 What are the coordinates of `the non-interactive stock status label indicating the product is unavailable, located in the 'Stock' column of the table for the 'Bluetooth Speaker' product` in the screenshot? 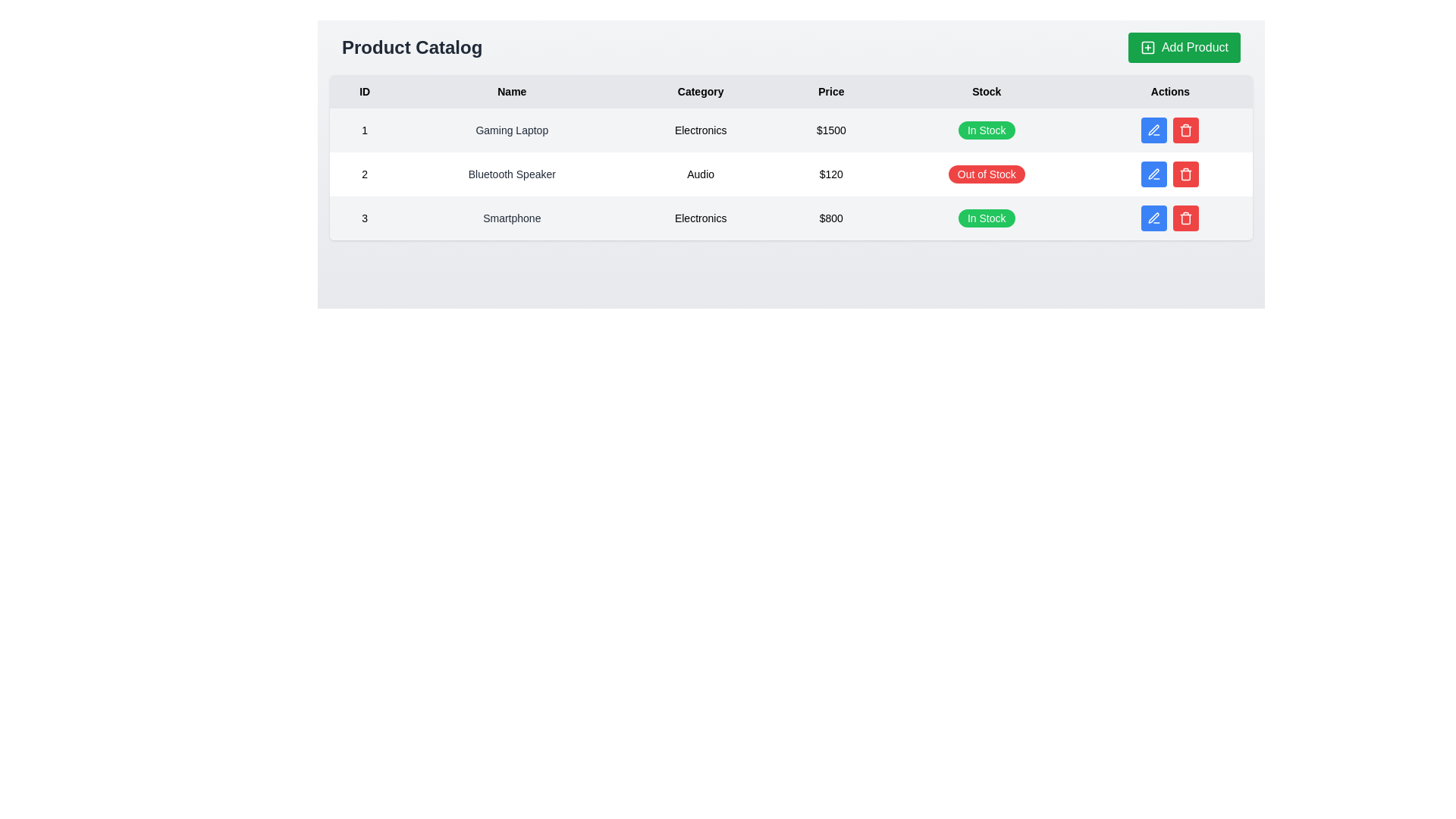 It's located at (987, 174).